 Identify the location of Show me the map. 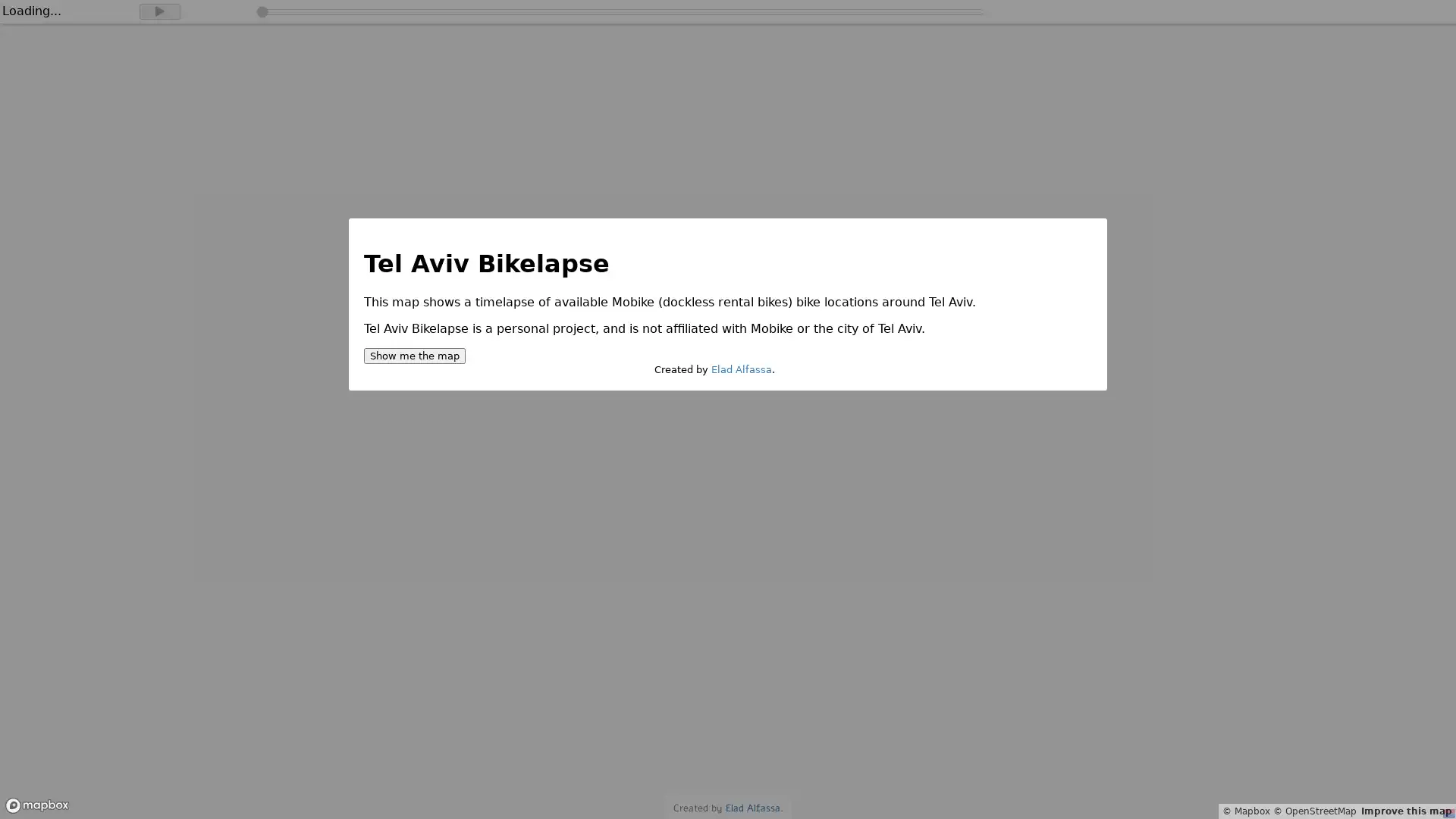
(415, 355).